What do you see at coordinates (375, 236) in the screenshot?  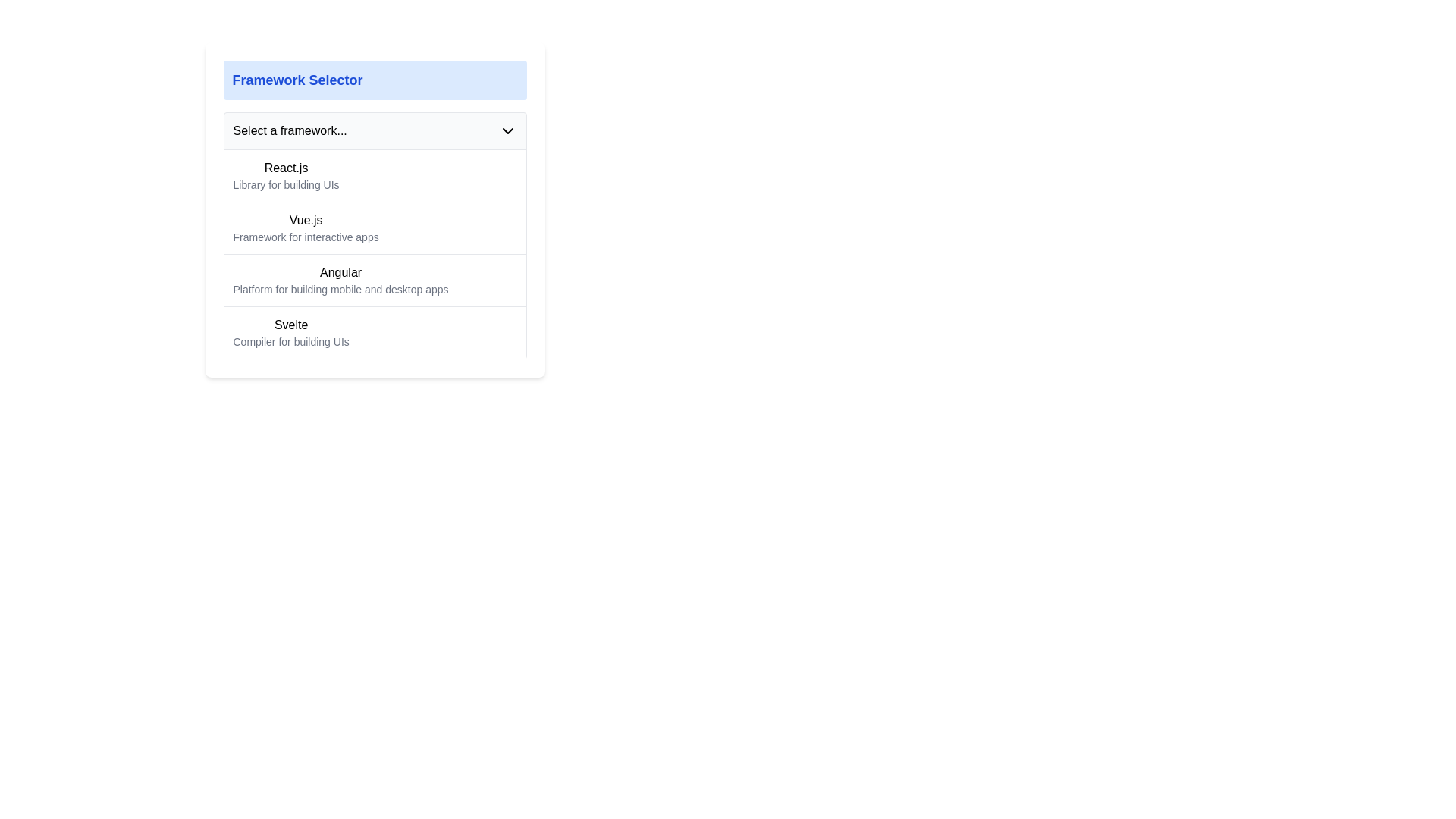 I see `the options in the 'Framework Selector' dropdown menu` at bounding box center [375, 236].